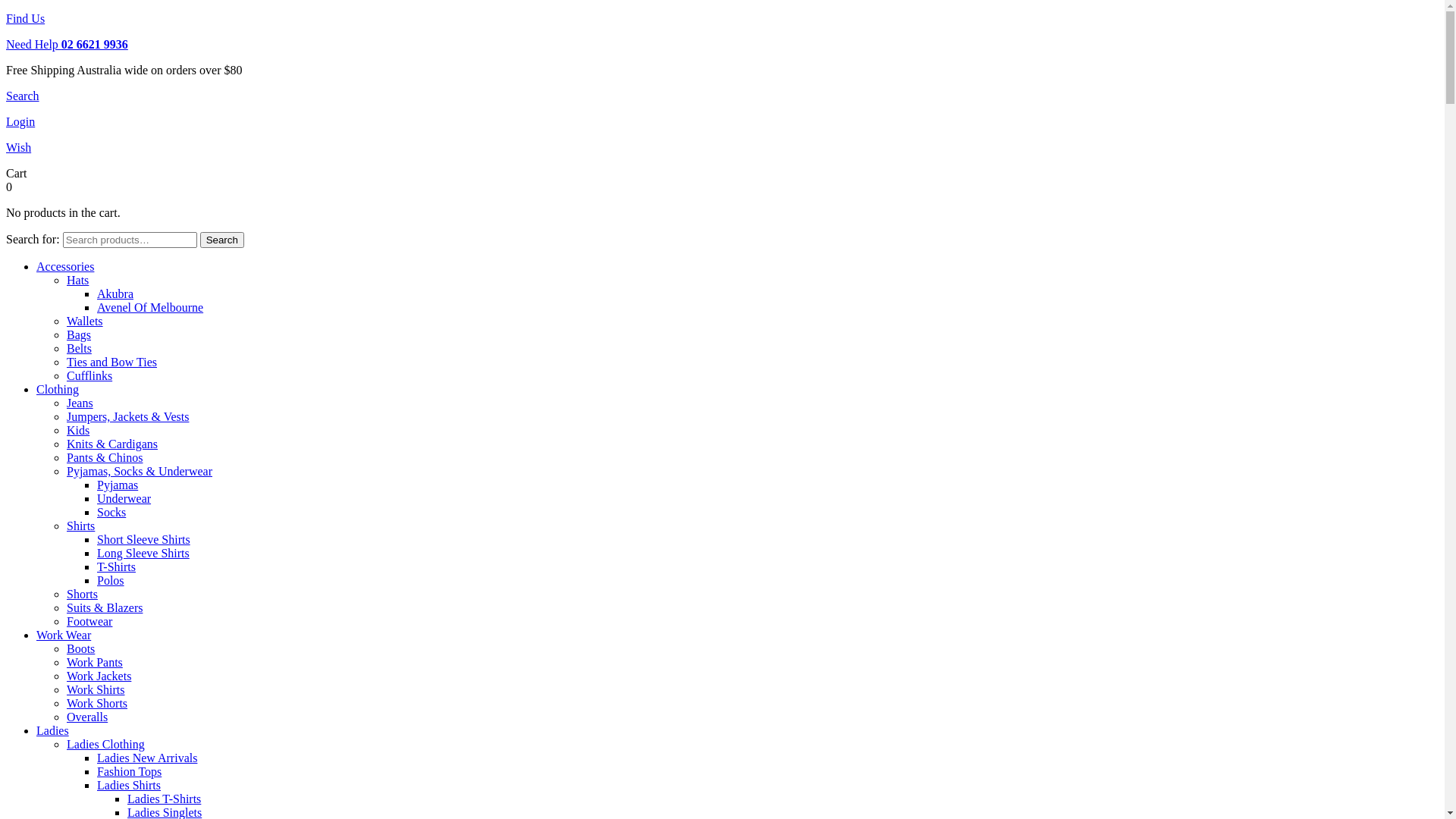 This screenshot has width=1456, height=819. Describe the element at coordinates (139, 470) in the screenshot. I see `'Pyjamas, Socks & Underwear'` at that location.